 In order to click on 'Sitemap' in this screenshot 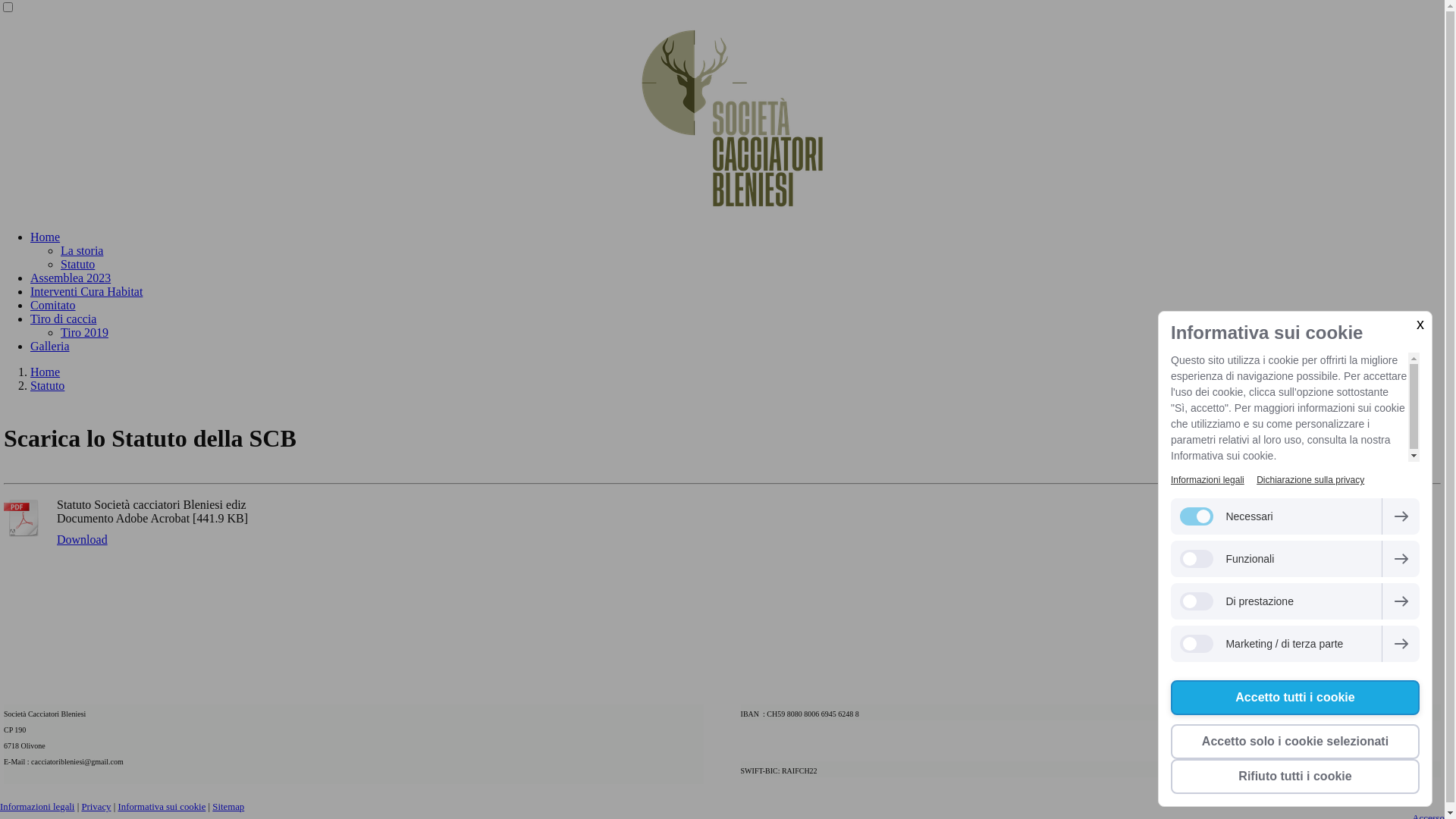, I will do `click(227, 806)`.